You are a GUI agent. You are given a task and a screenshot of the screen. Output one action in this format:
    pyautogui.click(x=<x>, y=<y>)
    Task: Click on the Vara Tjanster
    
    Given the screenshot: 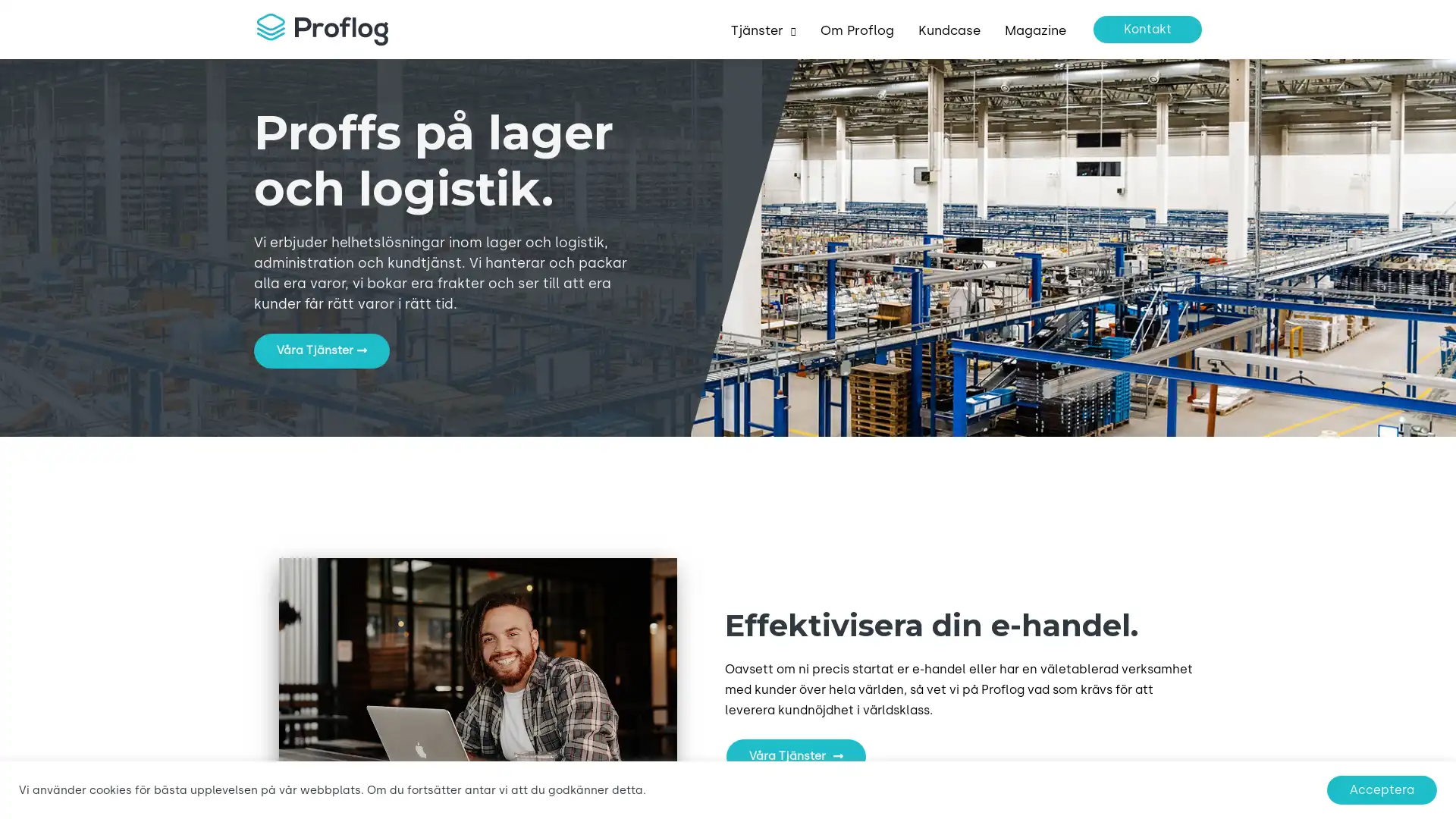 What is the action you would take?
    pyautogui.click(x=321, y=350)
    